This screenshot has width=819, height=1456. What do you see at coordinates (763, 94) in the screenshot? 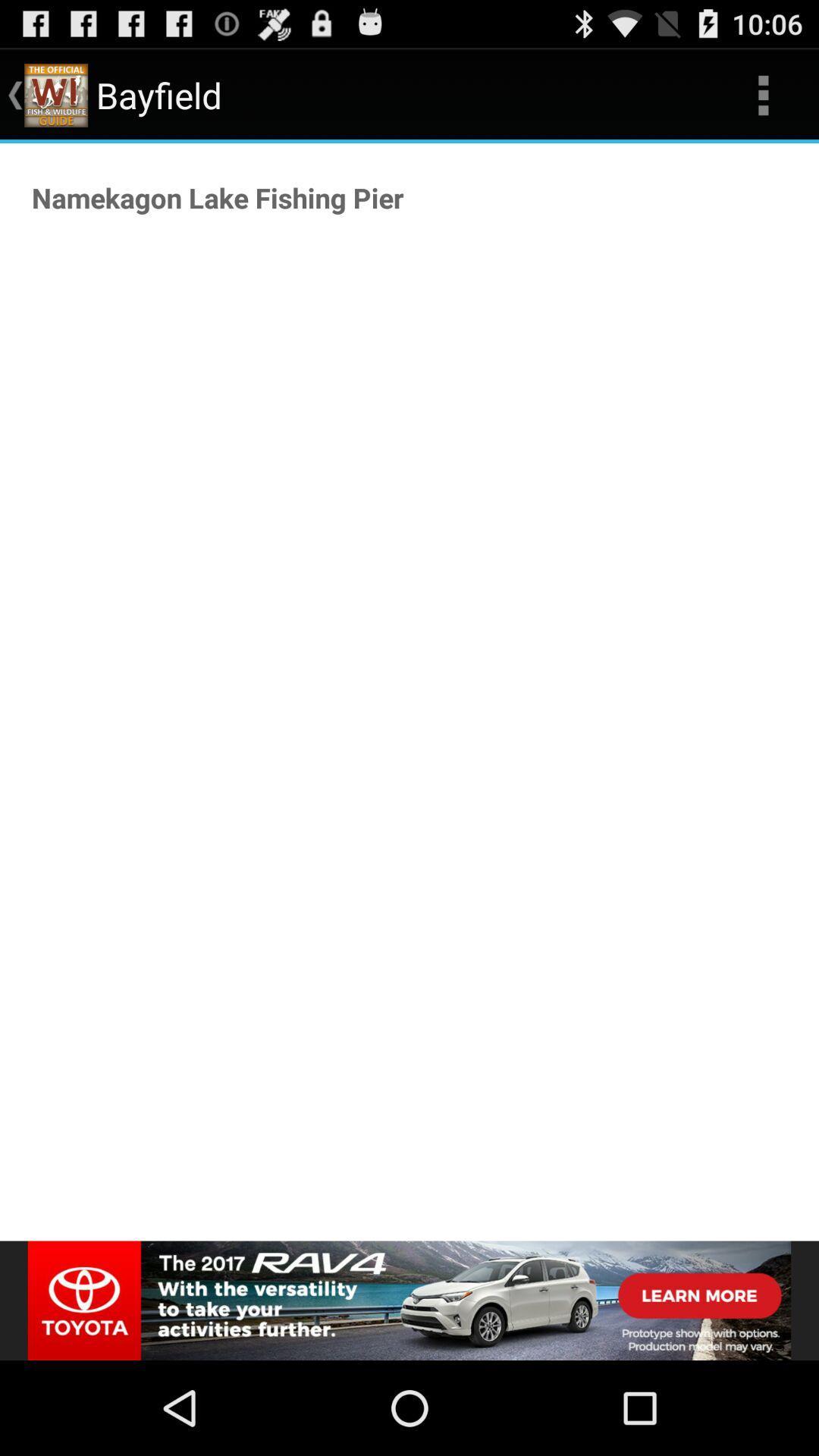
I see `the app next to the bayfield icon` at bounding box center [763, 94].